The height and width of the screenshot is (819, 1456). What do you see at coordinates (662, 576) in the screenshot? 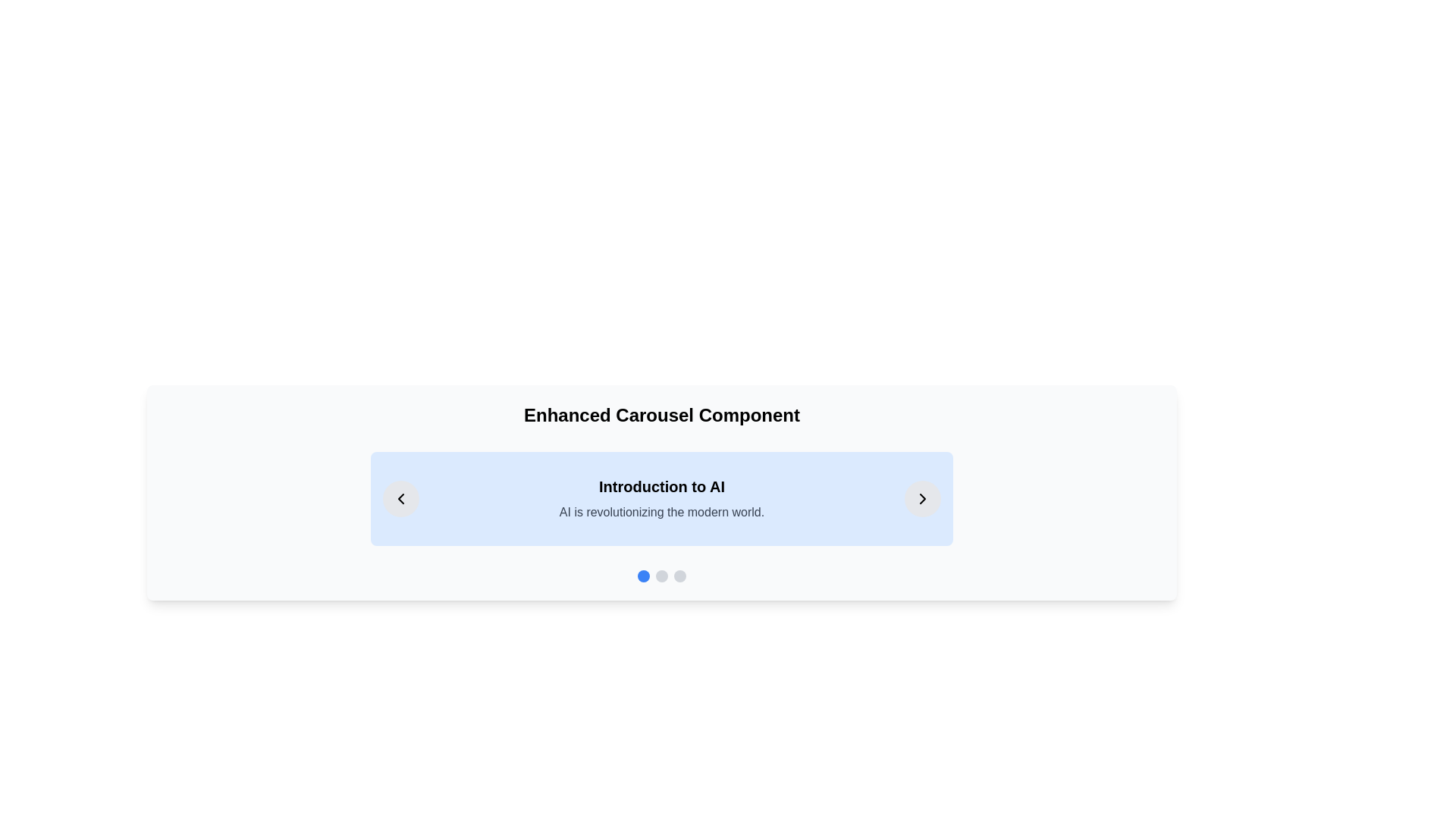
I see `the second circular Indicator Dot with a light gray background, positioned below the carousel's content display area` at bounding box center [662, 576].